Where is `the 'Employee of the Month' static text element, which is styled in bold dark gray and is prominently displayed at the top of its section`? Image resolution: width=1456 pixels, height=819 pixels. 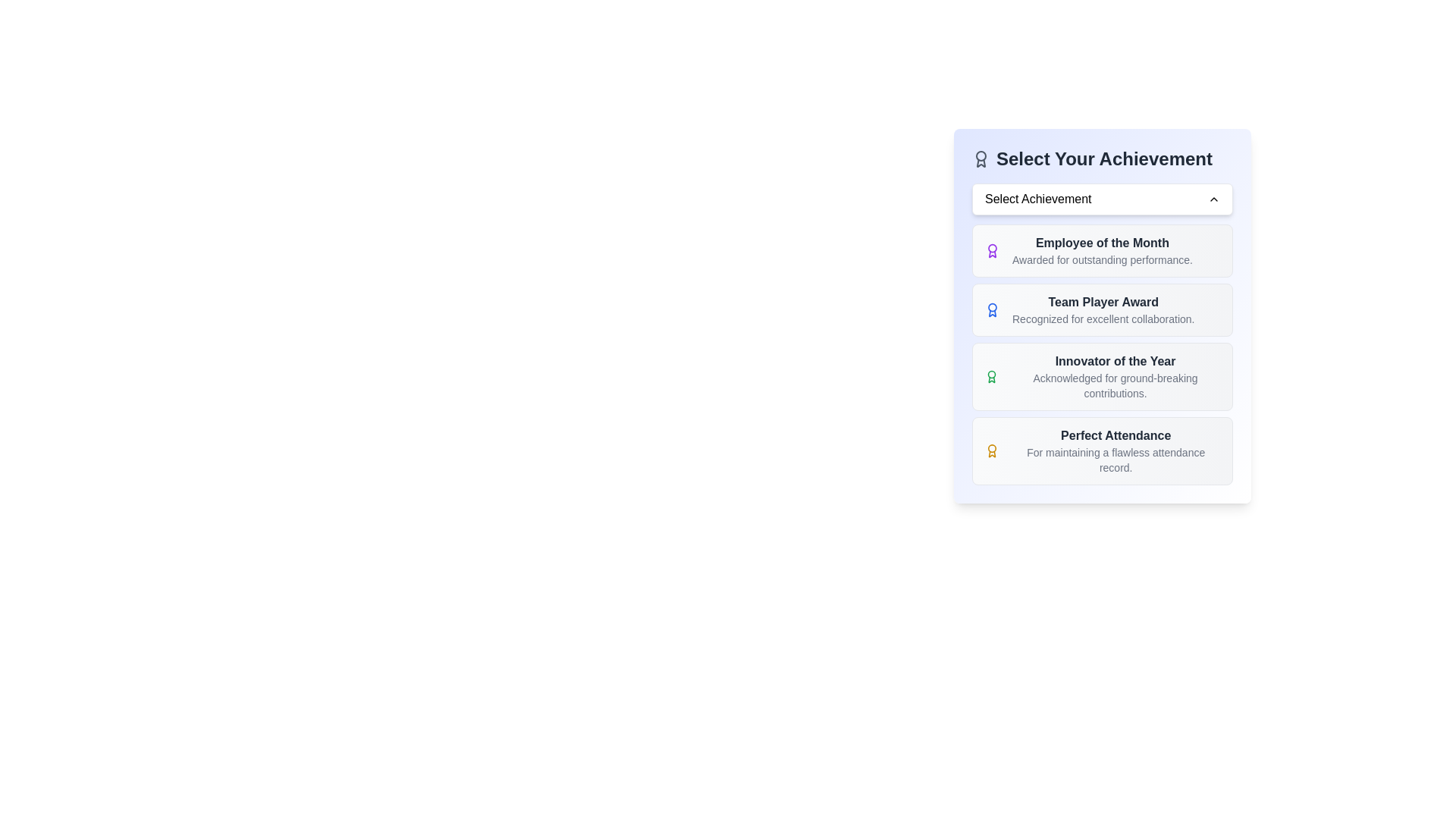
the 'Employee of the Month' static text element, which is styled in bold dark gray and is prominently displayed at the top of its section is located at coordinates (1103, 242).